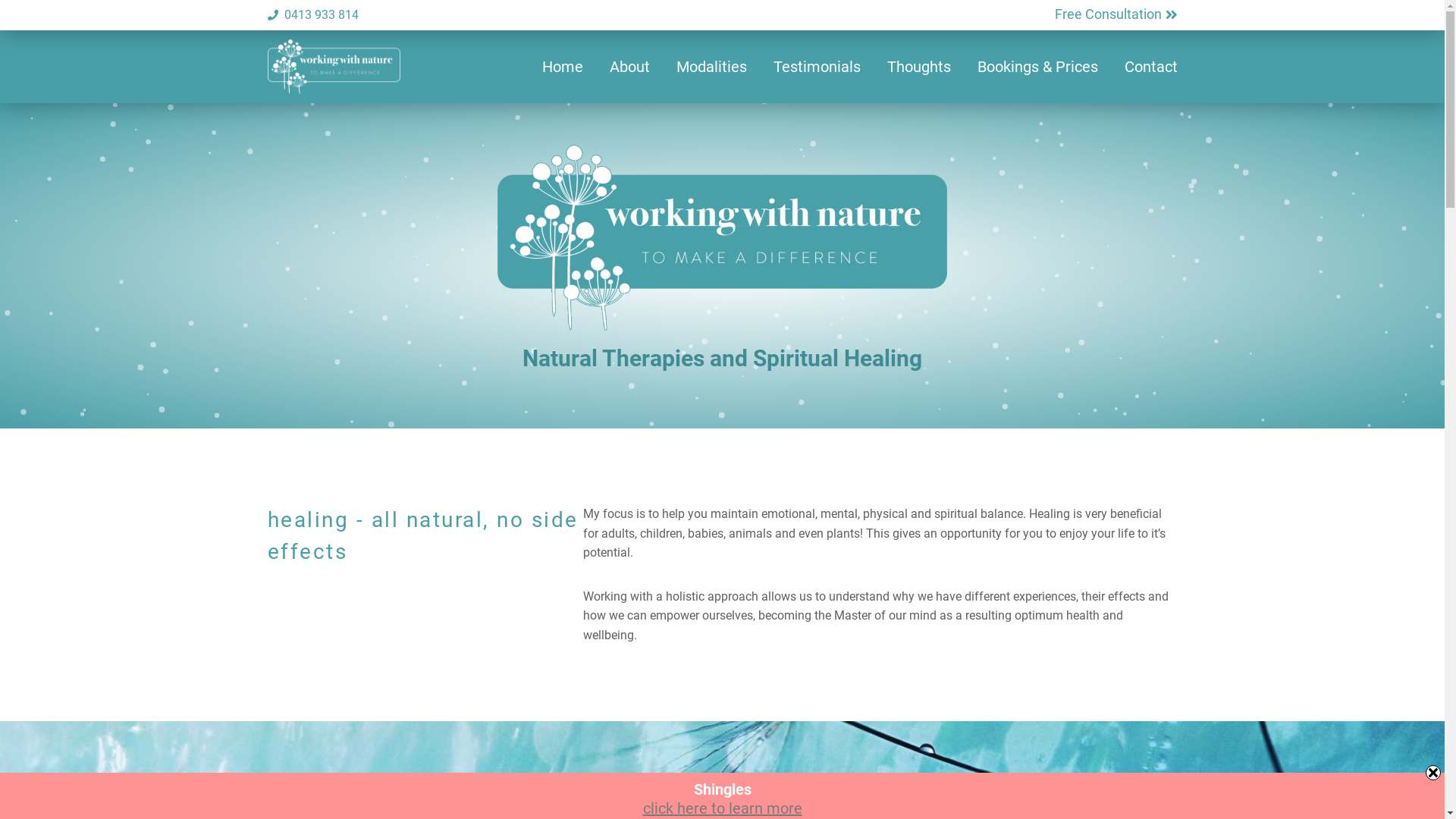 Image resolution: width=1456 pixels, height=819 pixels. What do you see at coordinates (541, 66) in the screenshot?
I see `'Home'` at bounding box center [541, 66].